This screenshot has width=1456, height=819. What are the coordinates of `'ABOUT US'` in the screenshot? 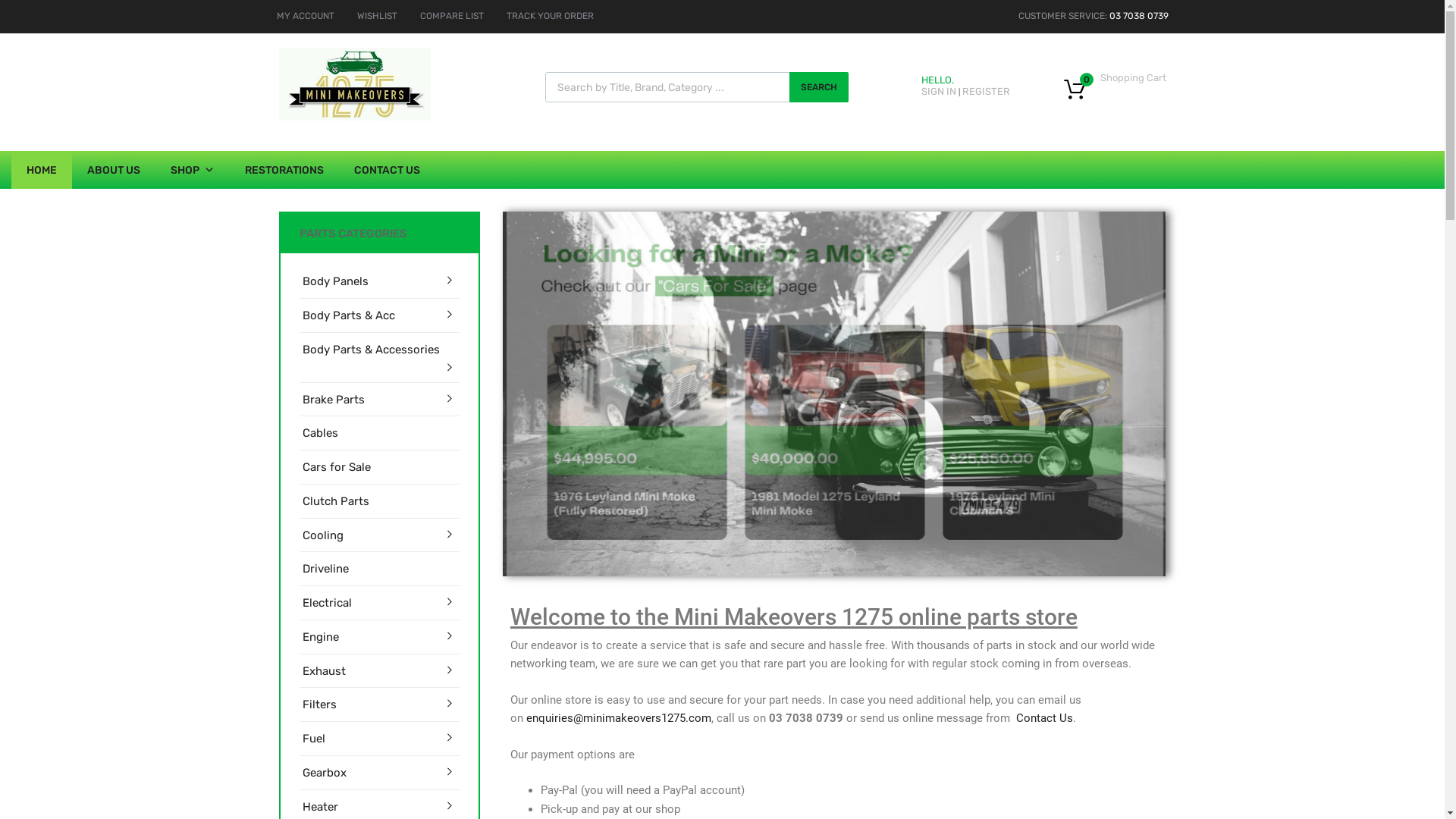 It's located at (629, 516).